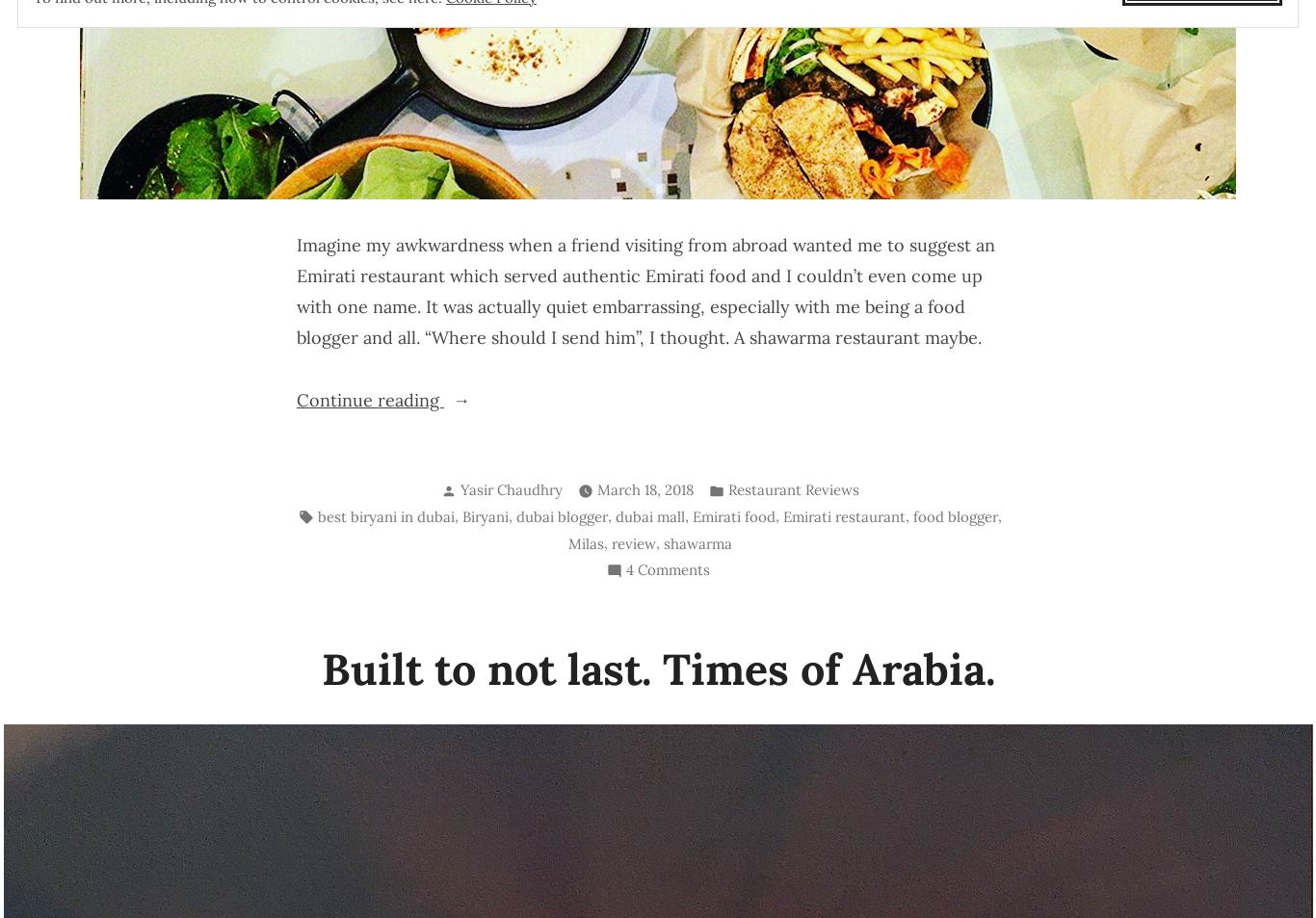 The width and height of the screenshot is (1316, 918). I want to click on 'Yasir Chaudhry', so click(511, 489).